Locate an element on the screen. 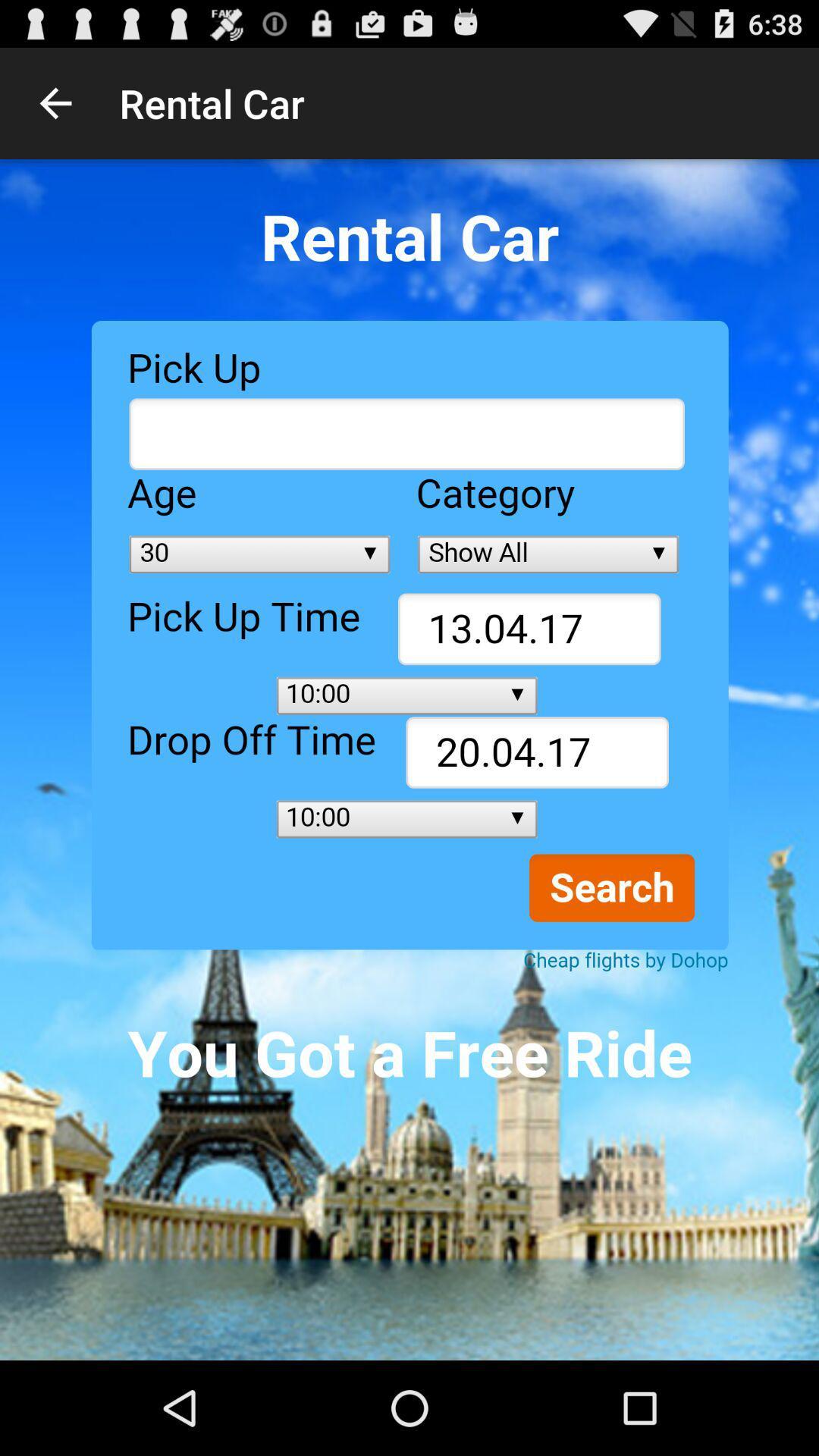 The image size is (819, 1456). advertisement page is located at coordinates (409, 760).